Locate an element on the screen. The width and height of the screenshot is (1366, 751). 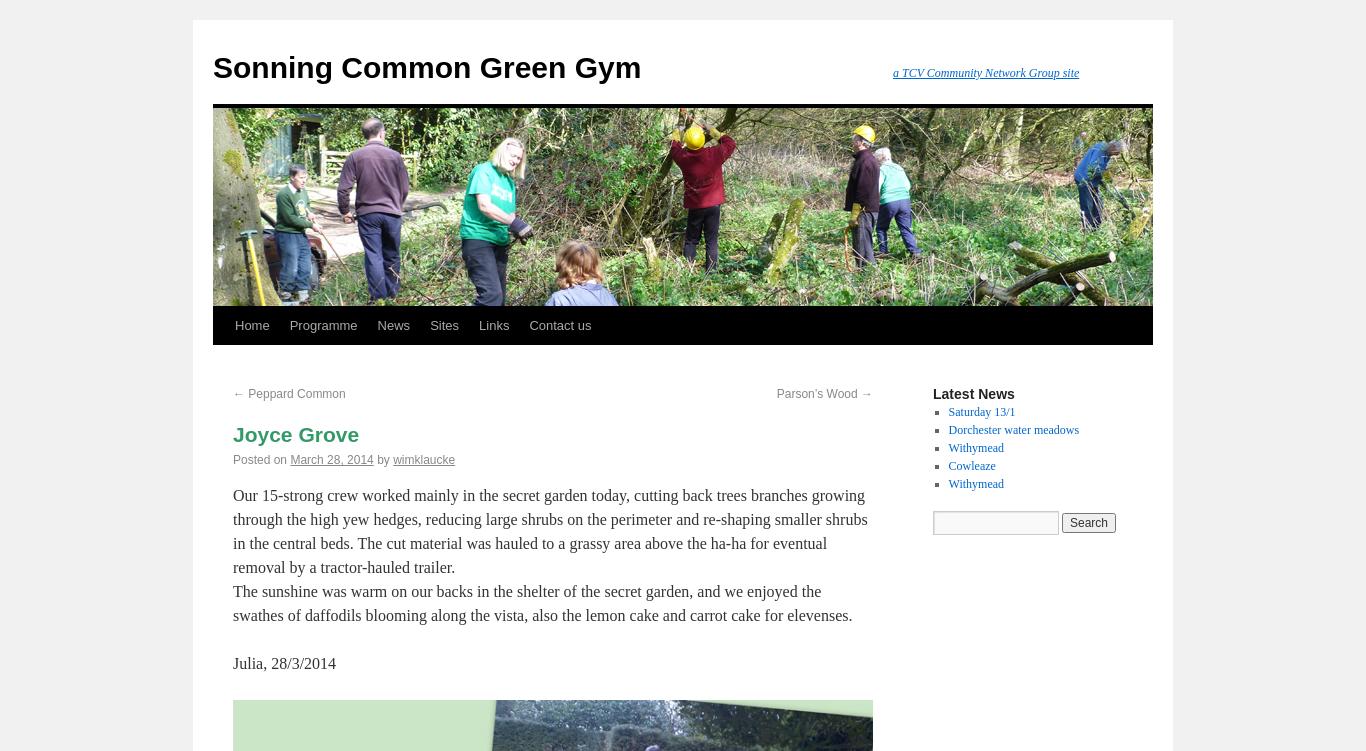
'Parson’s Wood' is located at coordinates (817, 392).